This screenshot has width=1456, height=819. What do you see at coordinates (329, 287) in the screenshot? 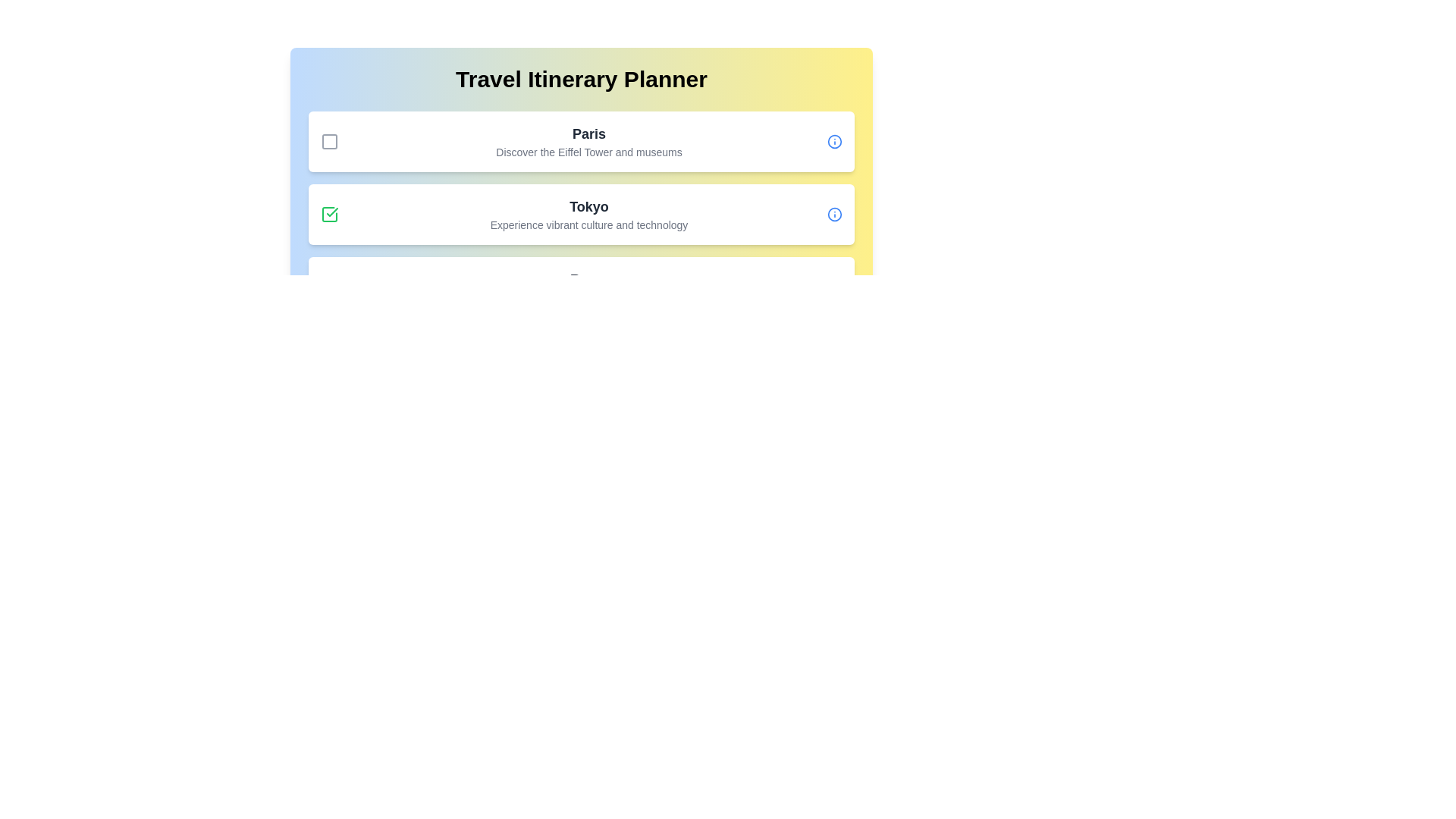
I see `the small square decorative graphic with rounded corners located towards the lower left corner of the interface` at bounding box center [329, 287].